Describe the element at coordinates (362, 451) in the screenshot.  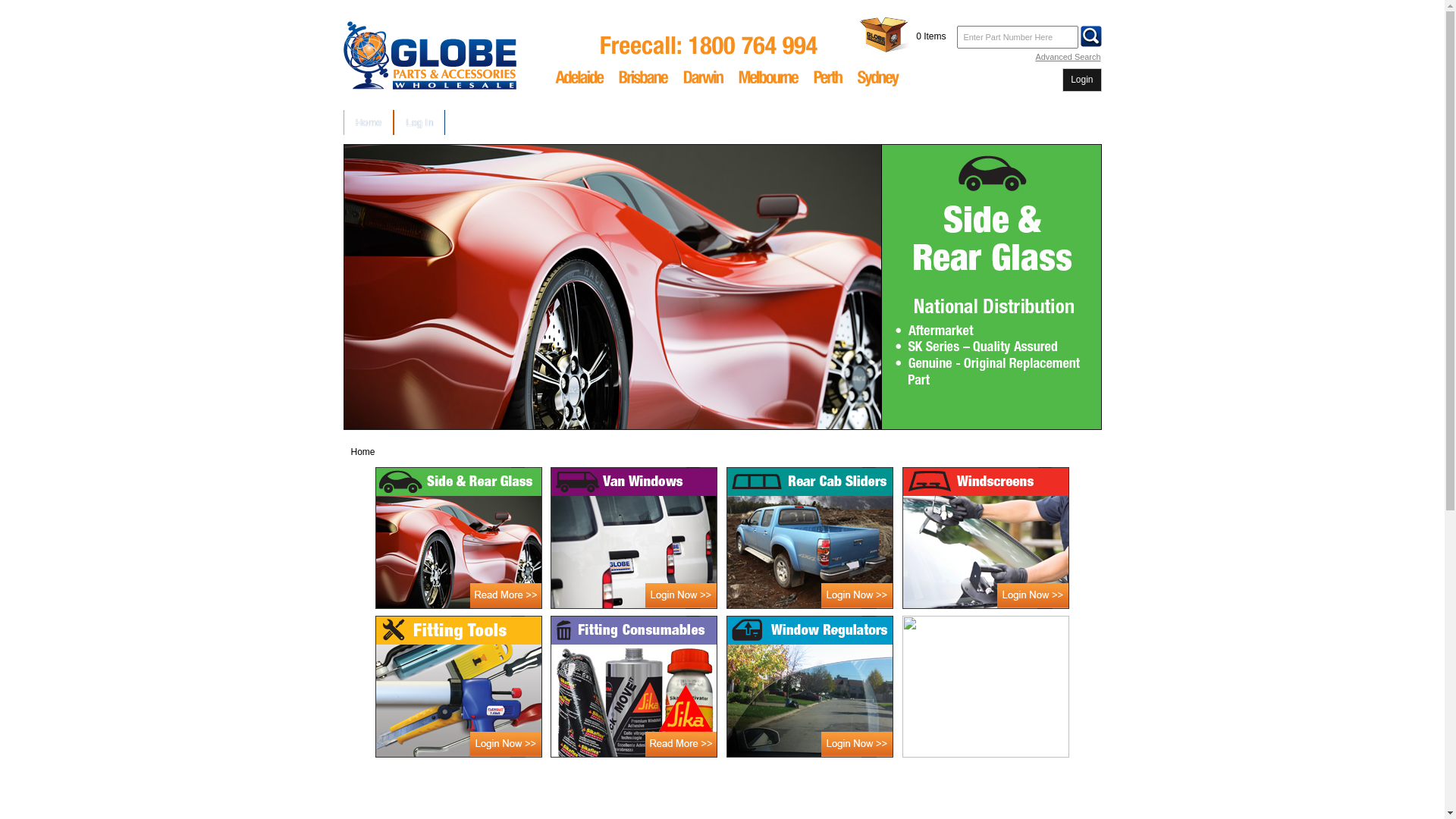
I see `'Home'` at that location.